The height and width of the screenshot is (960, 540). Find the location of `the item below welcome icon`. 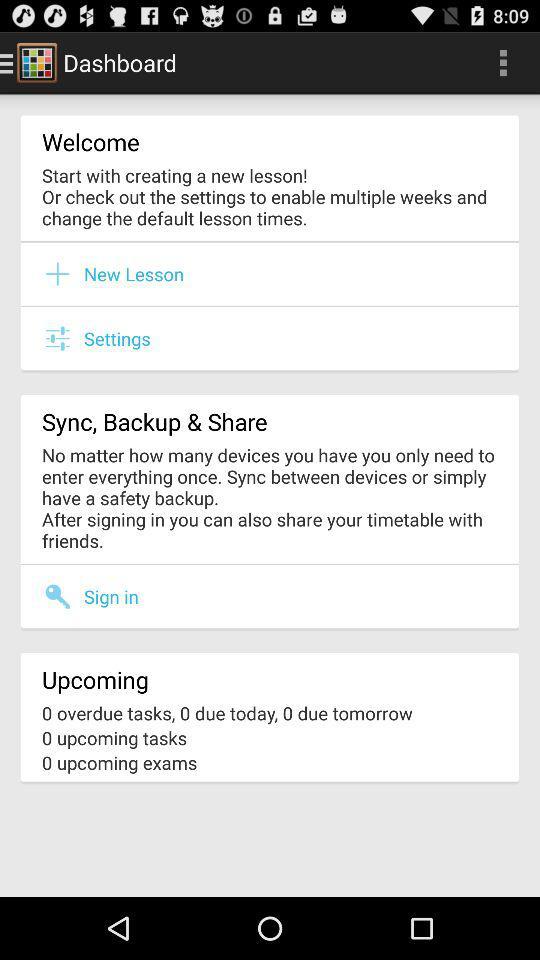

the item below welcome icon is located at coordinates (270, 196).